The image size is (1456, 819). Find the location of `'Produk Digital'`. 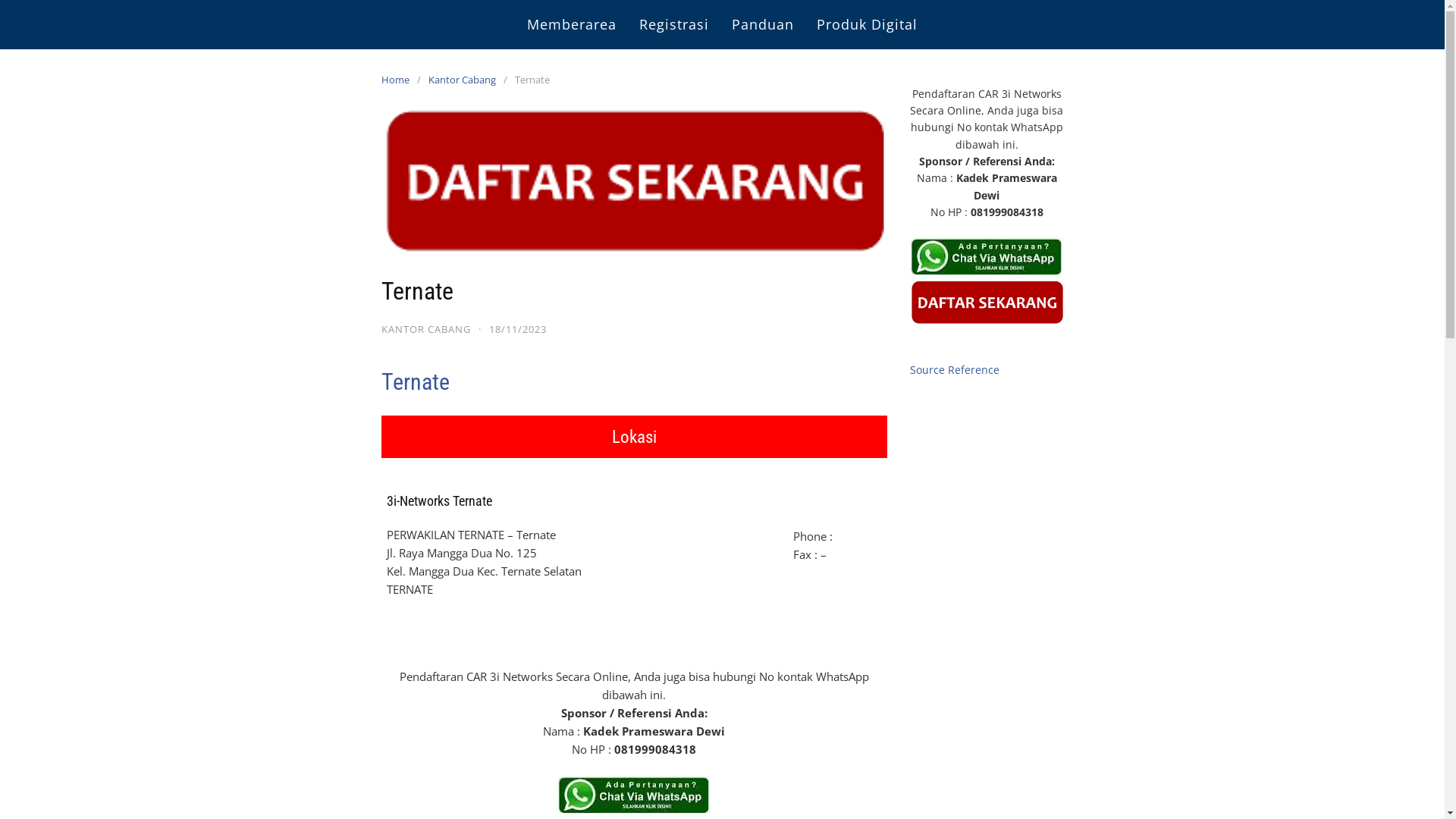

'Produk Digital' is located at coordinates (867, 24).